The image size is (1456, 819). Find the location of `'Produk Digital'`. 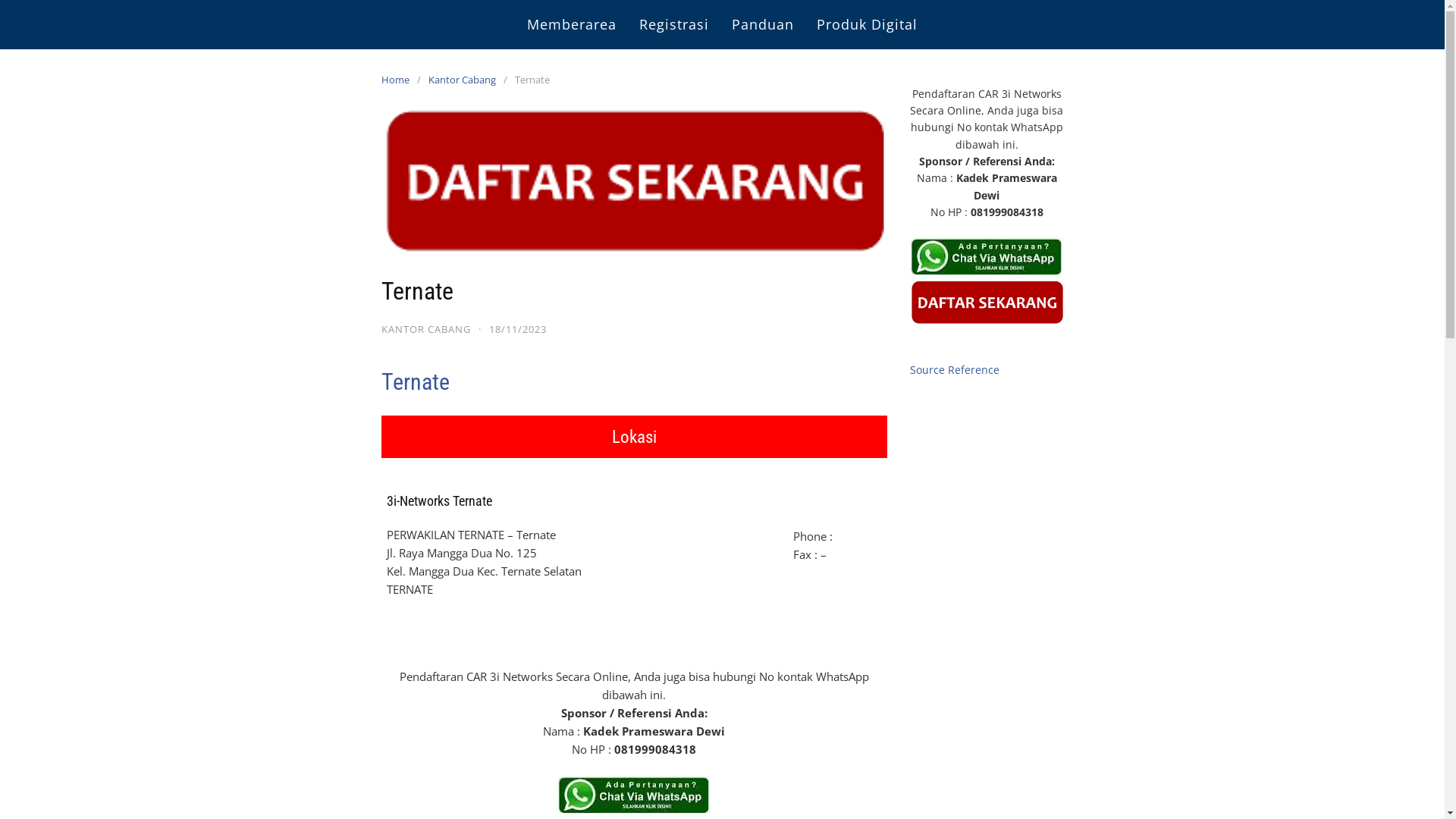

'Produk Digital' is located at coordinates (867, 24).